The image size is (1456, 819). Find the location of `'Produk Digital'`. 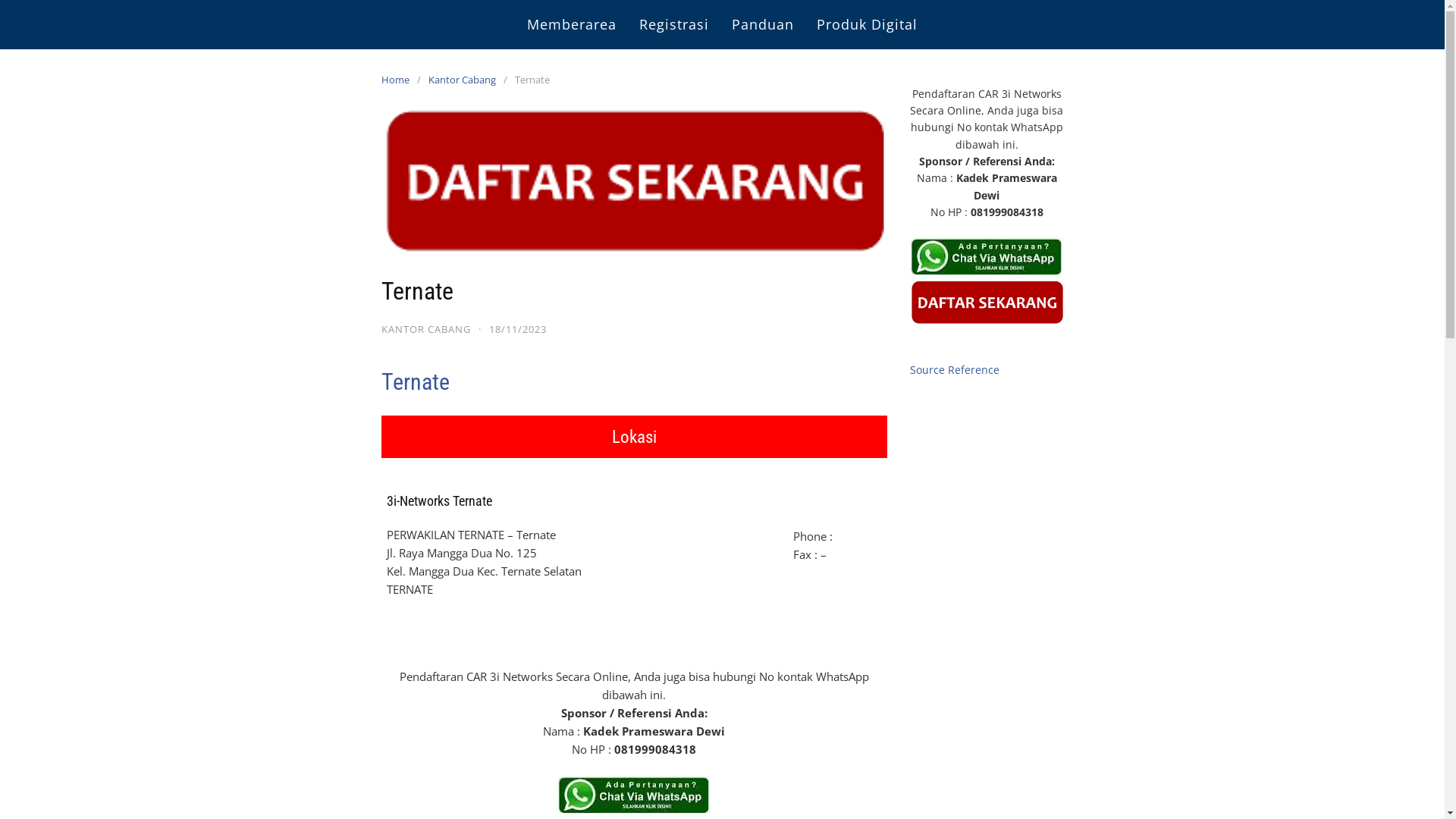

'Produk Digital' is located at coordinates (867, 24).